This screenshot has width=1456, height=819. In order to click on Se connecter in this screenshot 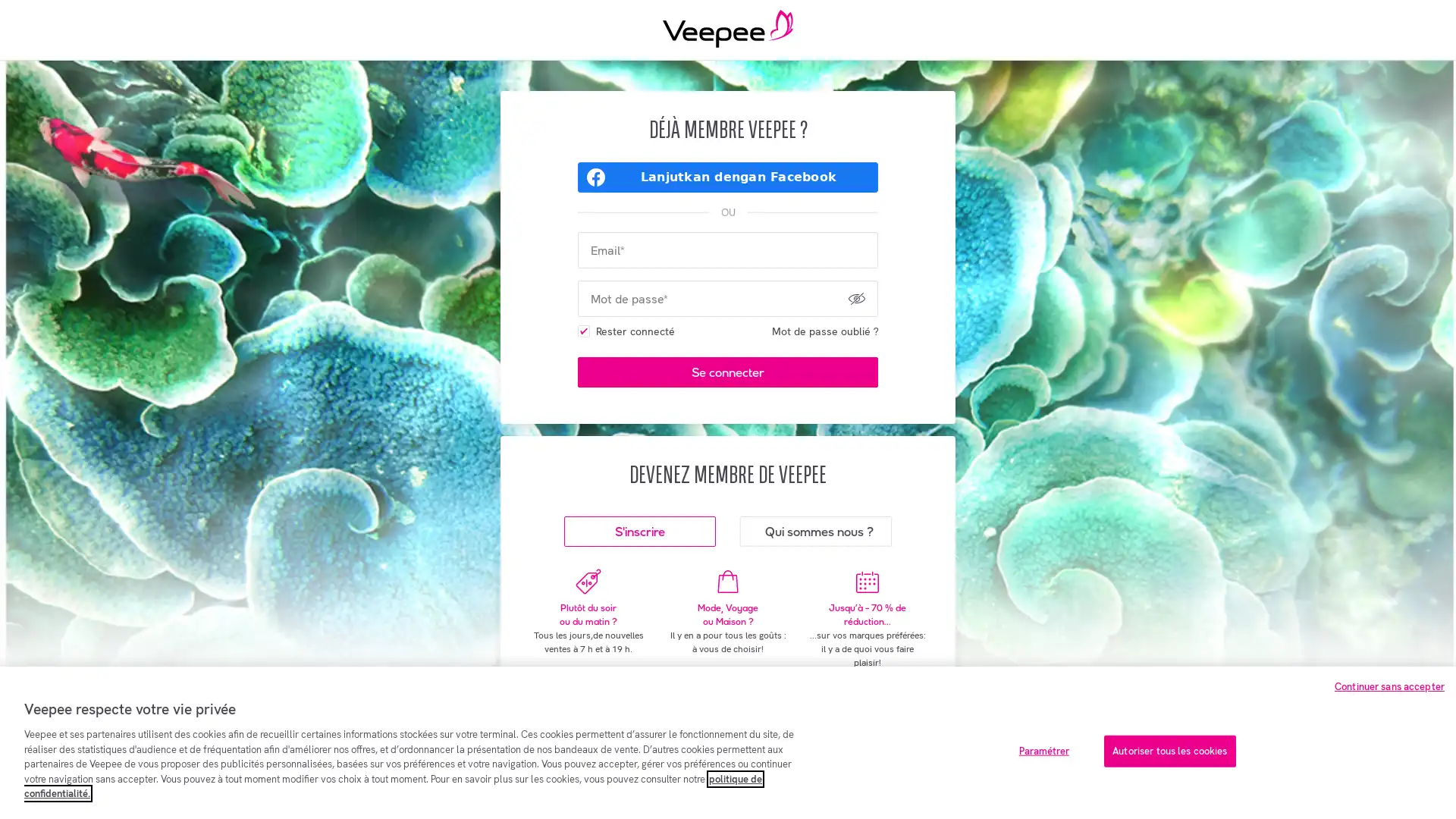, I will do `click(728, 372)`.